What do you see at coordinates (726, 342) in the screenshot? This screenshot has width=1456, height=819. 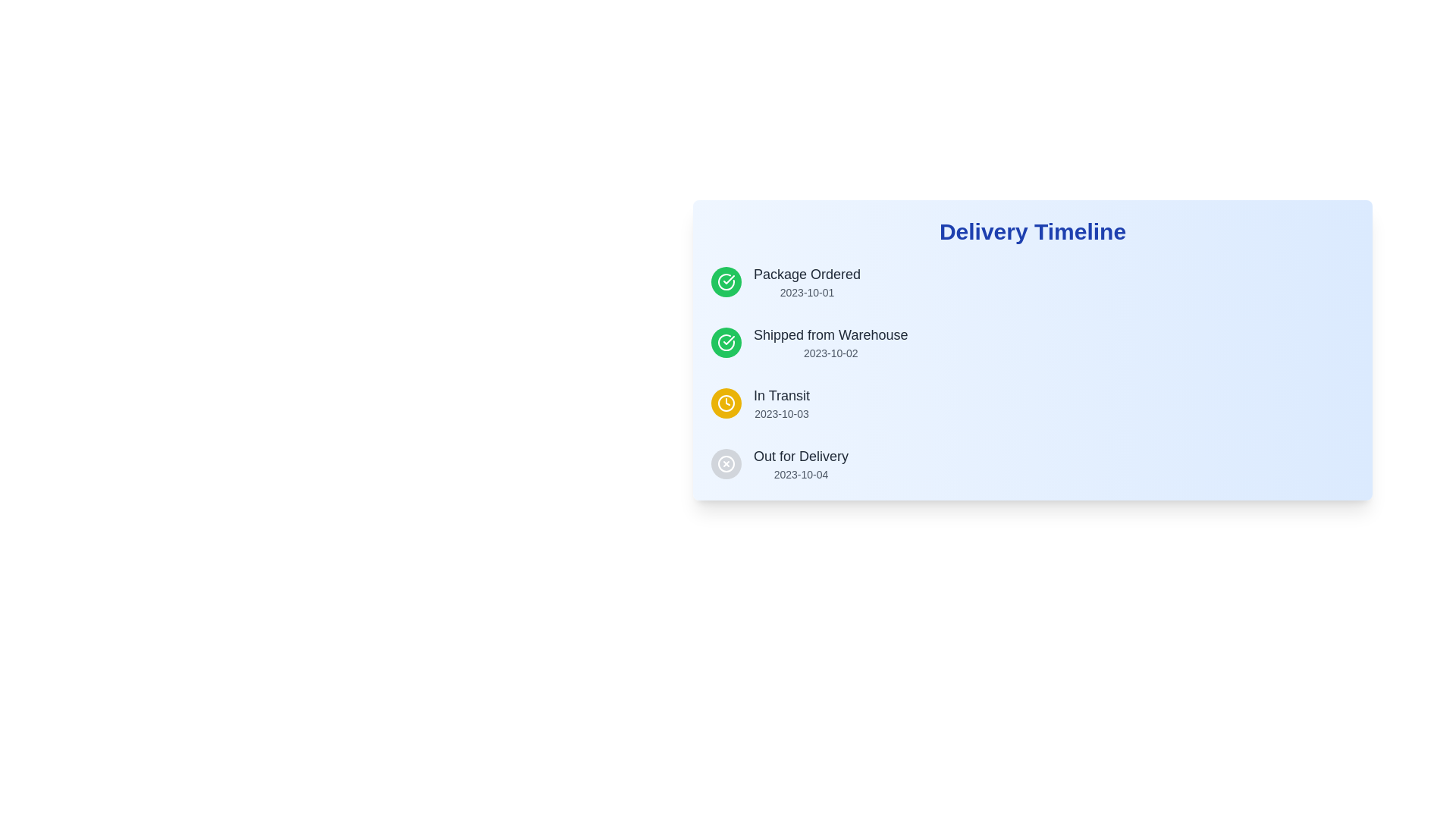 I see `the circular icon indicating 'Package Ordered' in the Delivery Timeline card` at bounding box center [726, 342].